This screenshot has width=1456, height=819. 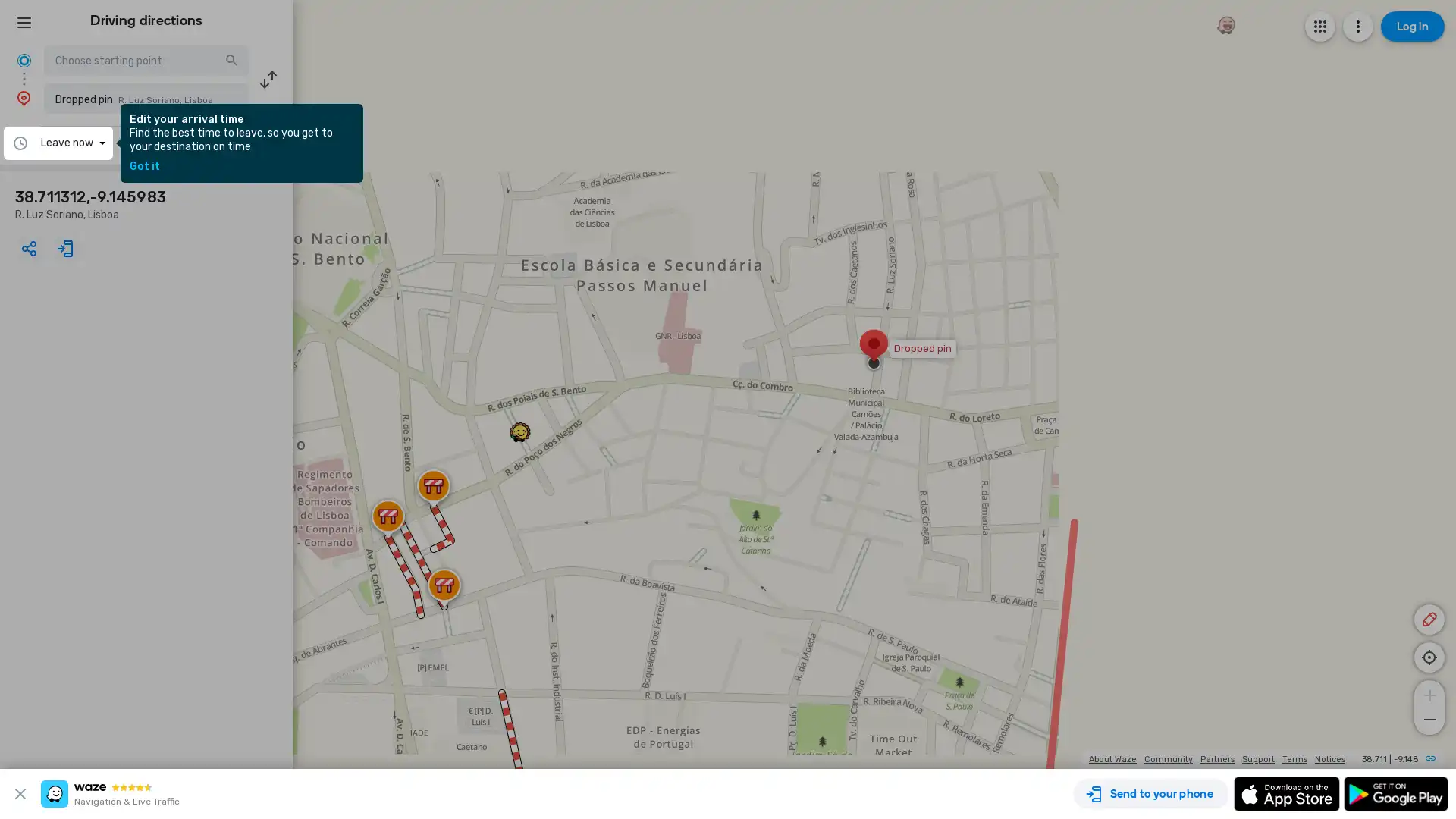 I want to click on Zoom in, so click(x=1429, y=693).